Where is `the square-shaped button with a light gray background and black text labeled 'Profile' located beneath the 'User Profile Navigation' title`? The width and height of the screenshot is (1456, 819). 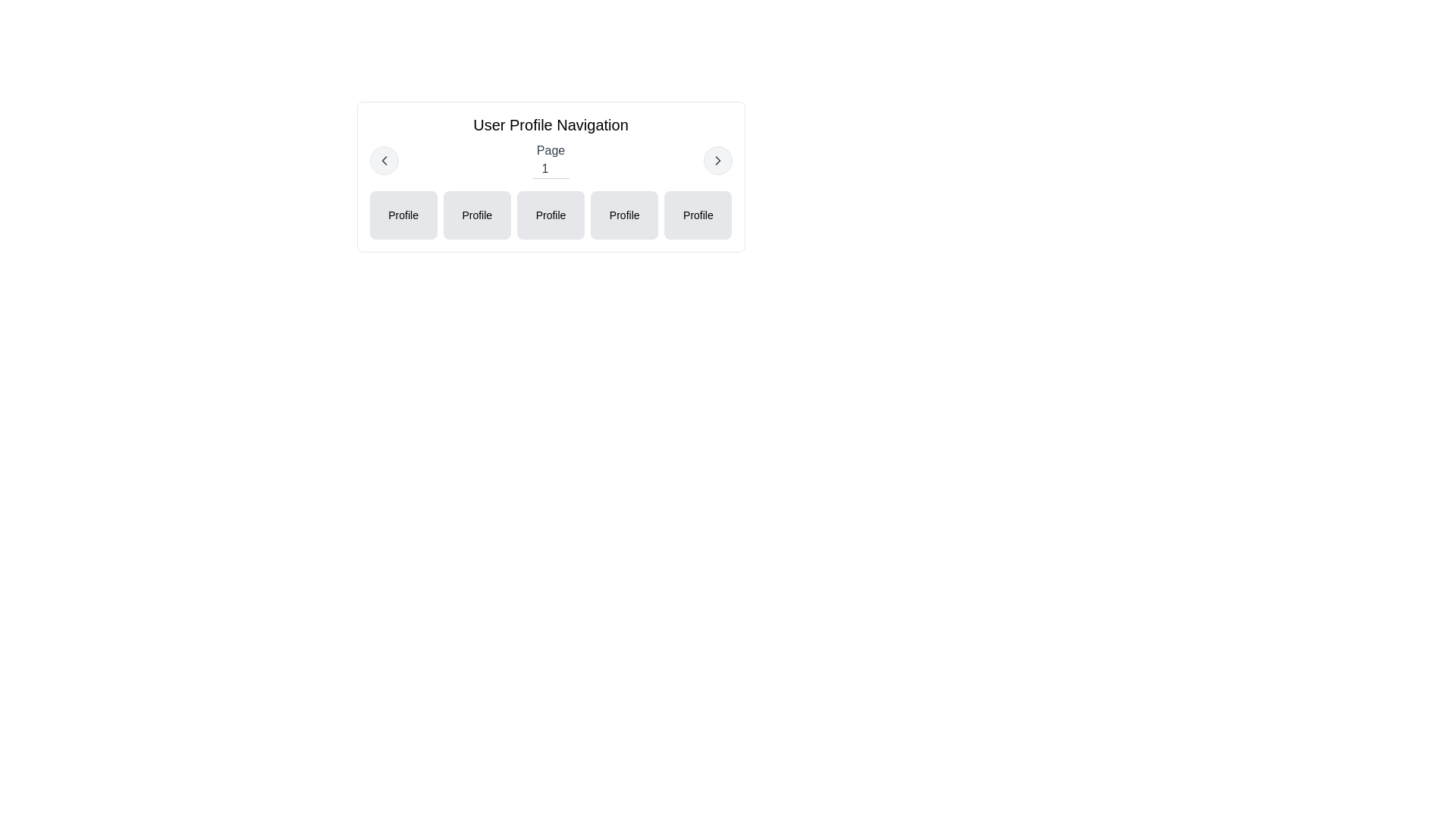 the square-shaped button with a light gray background and black text labeled 'Profile' located beneath the 'User Profile Navigation' title is located at coordinates (475, 215).